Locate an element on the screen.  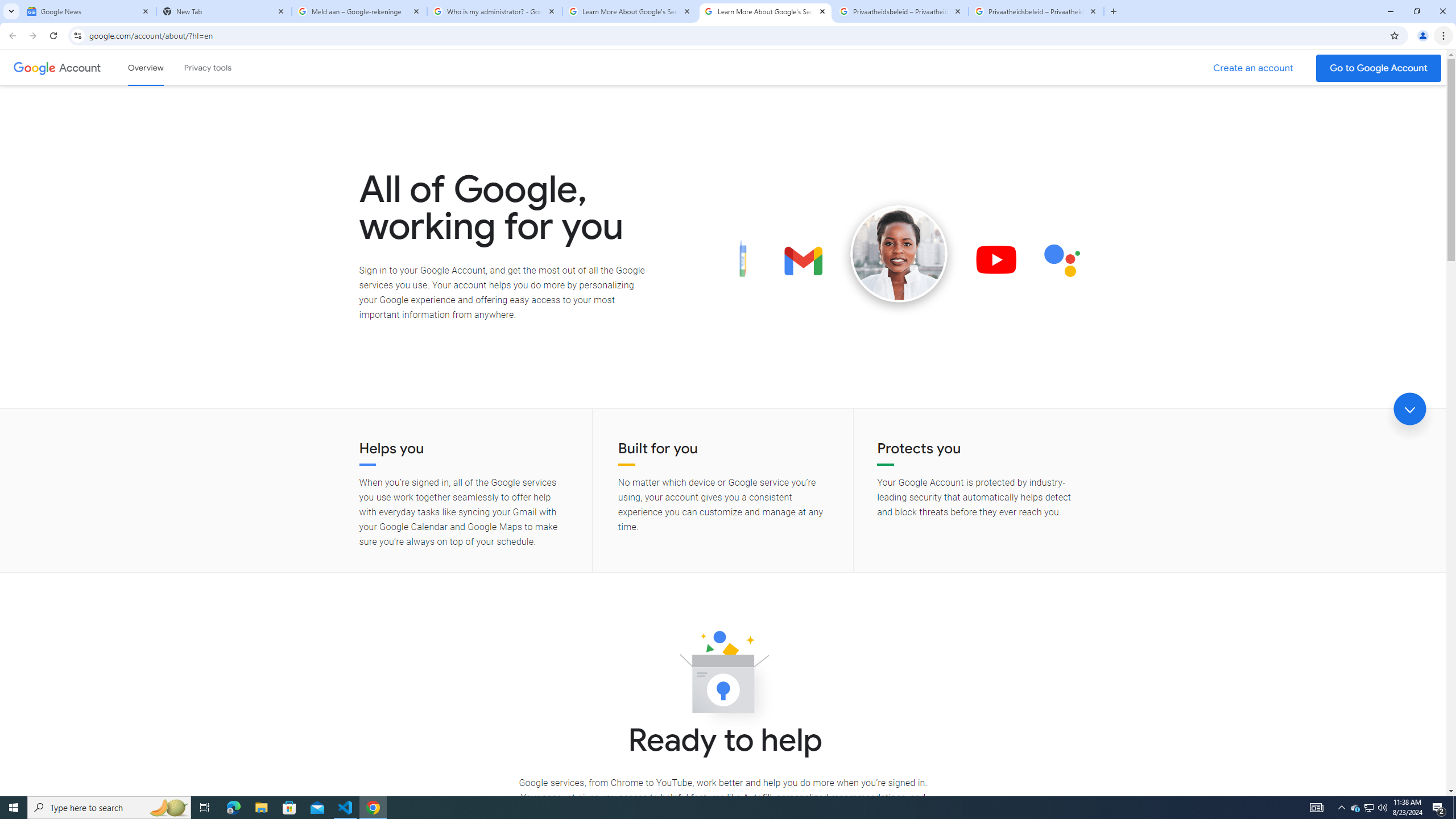
'Reload' is located at coordinates (53, 35).